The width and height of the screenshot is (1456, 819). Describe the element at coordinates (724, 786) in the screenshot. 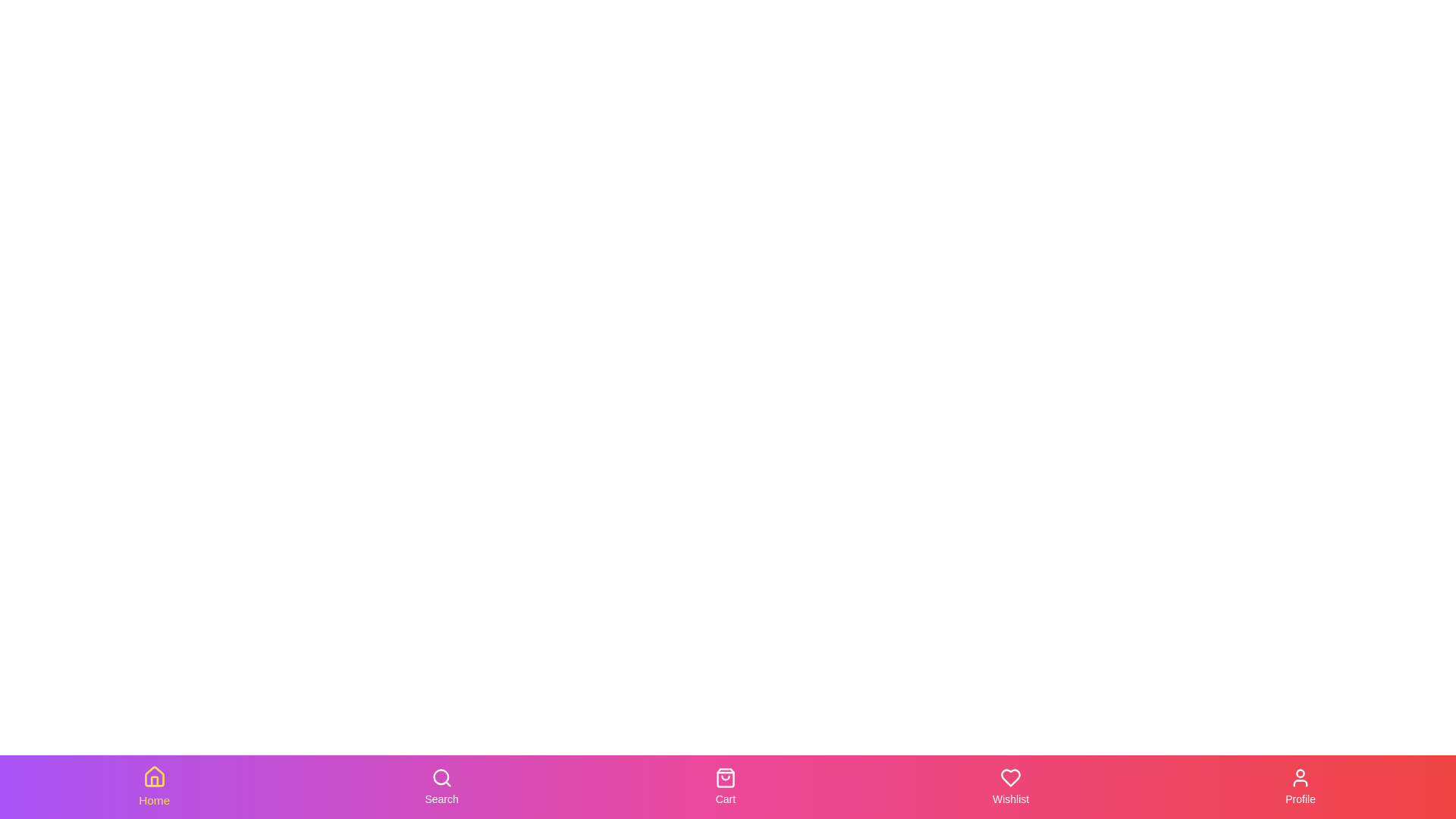

I see `the Cart tab in the bottom navigation` at that location.